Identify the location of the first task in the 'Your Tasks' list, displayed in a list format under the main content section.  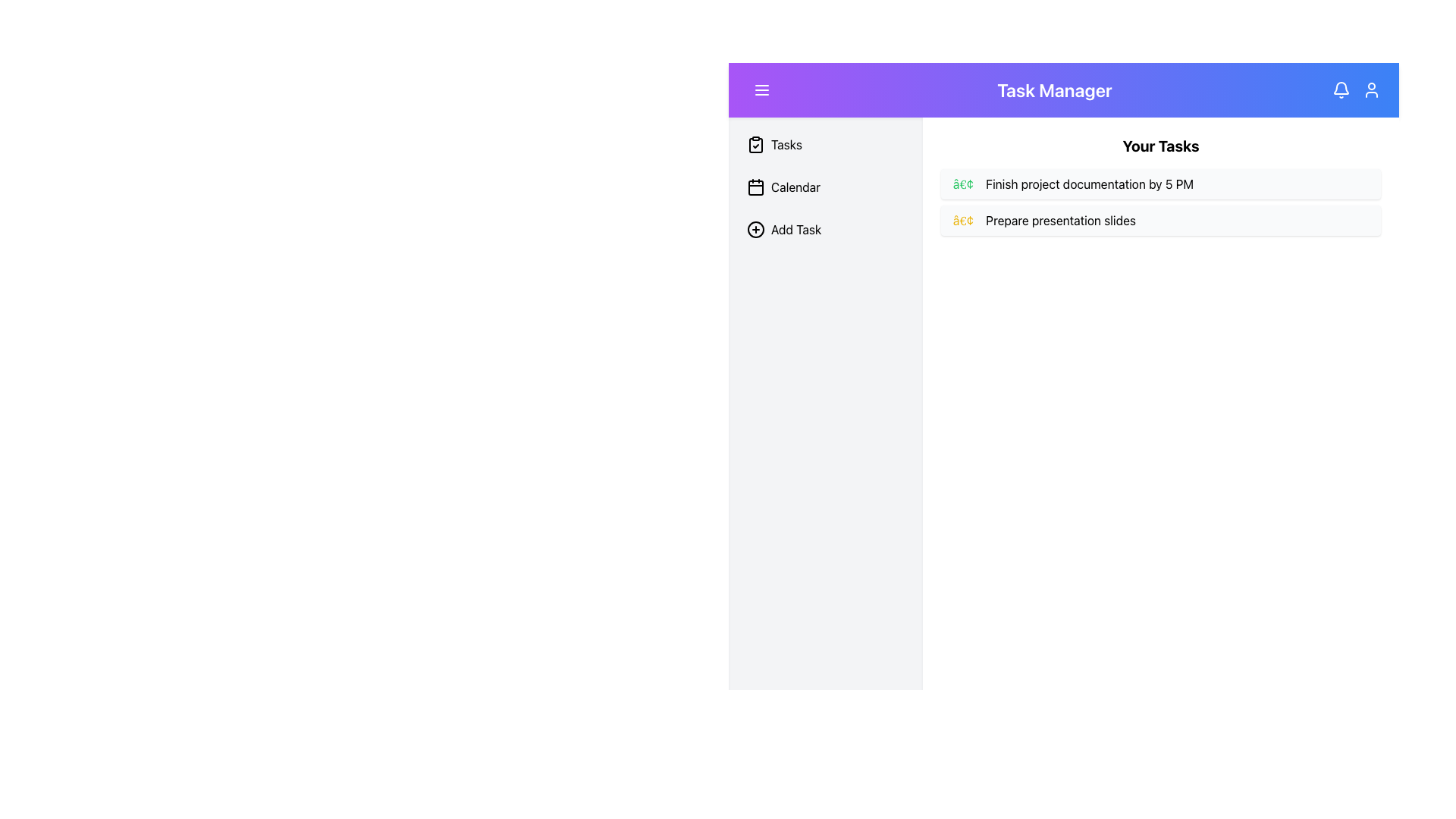
(1160, 185).